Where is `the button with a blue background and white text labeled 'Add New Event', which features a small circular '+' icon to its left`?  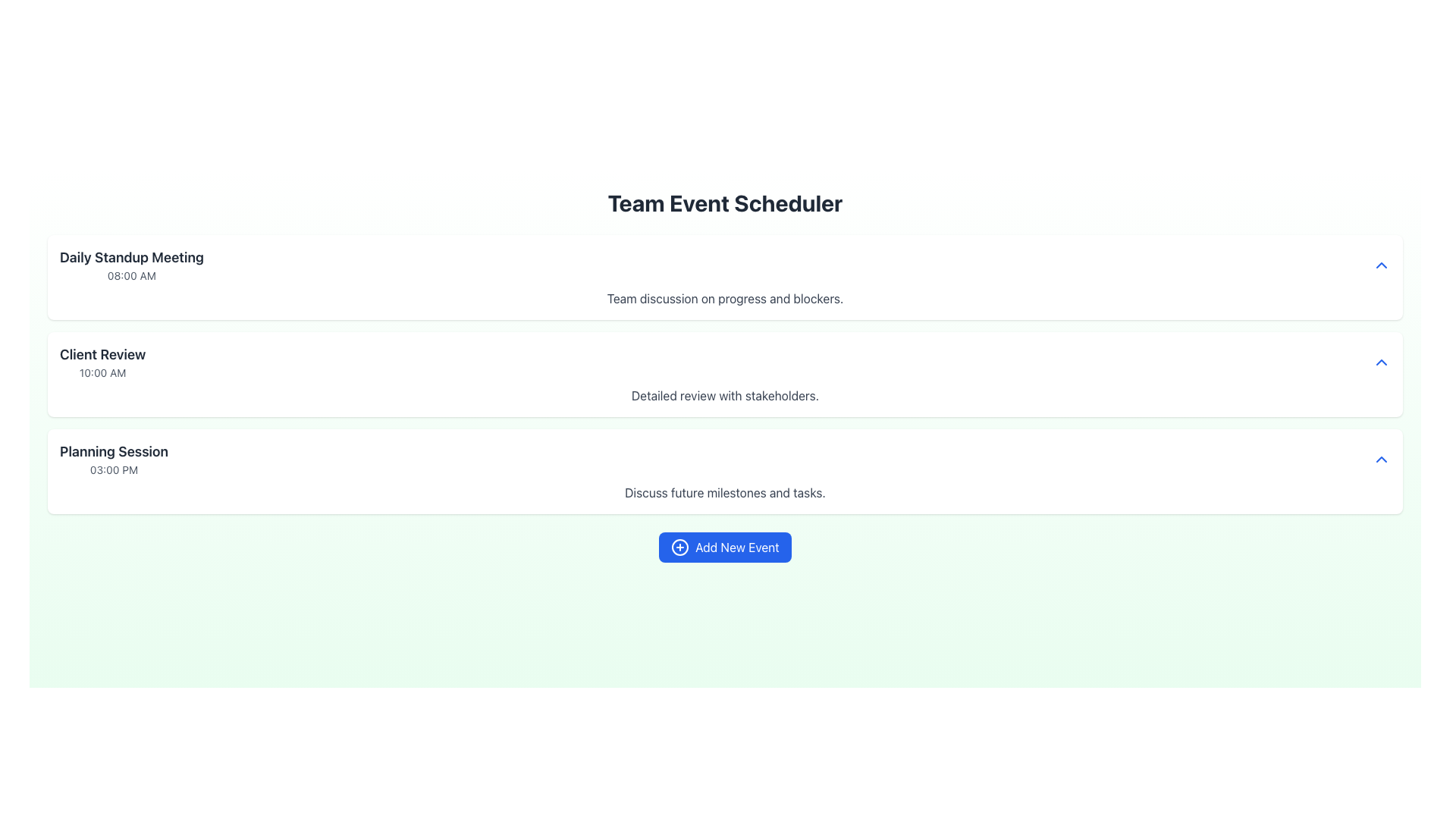
the button with a blue background and white text labeled 'Add New Event', which features a small circular '+' icon to its left is located at coordinates (724, 547).